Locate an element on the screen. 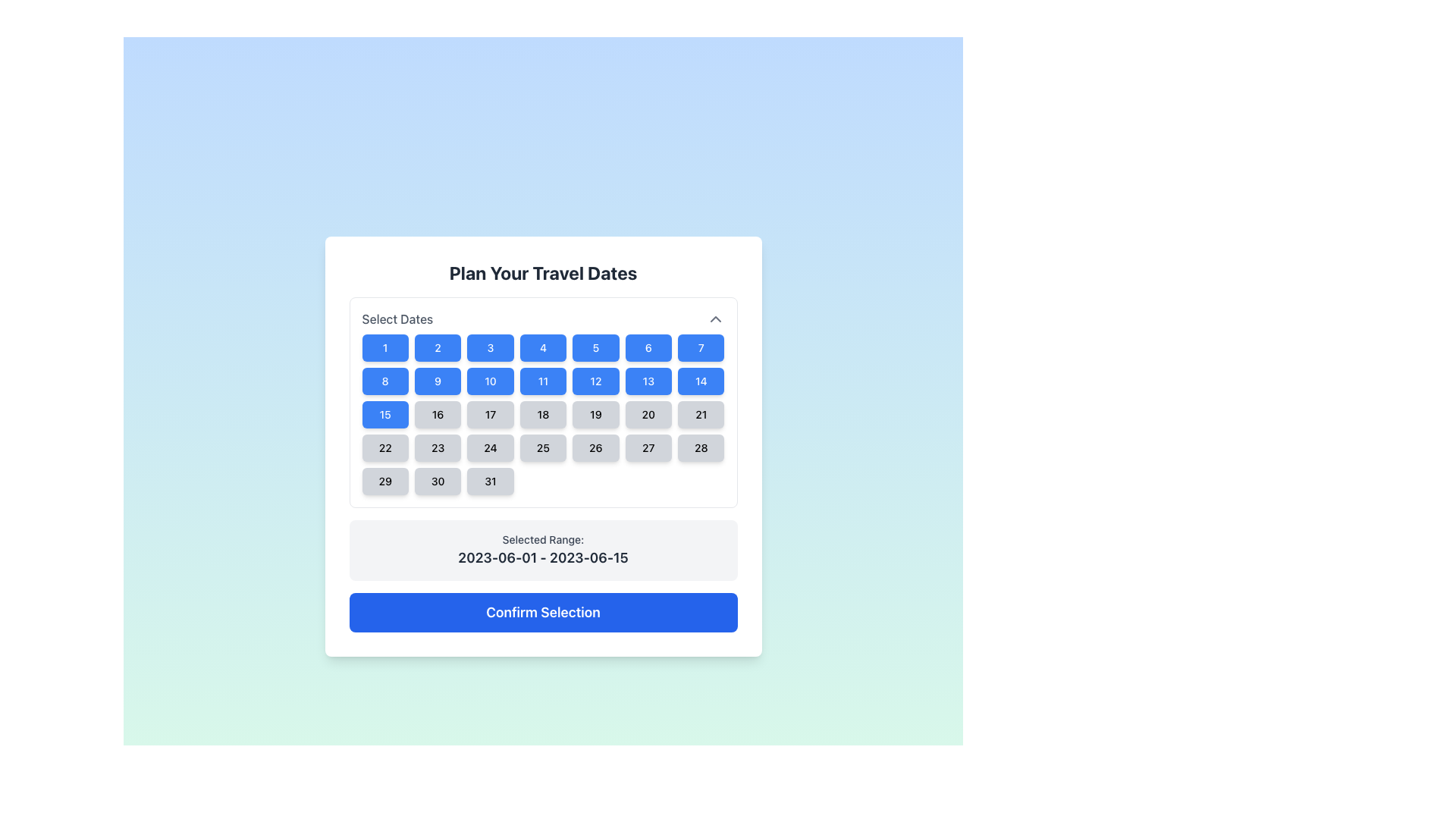 Image resolution: width=1456 pixels, height=819 pixels. the square button displaying the number '25' in the date selection interface is located at coordinates (543, 447).